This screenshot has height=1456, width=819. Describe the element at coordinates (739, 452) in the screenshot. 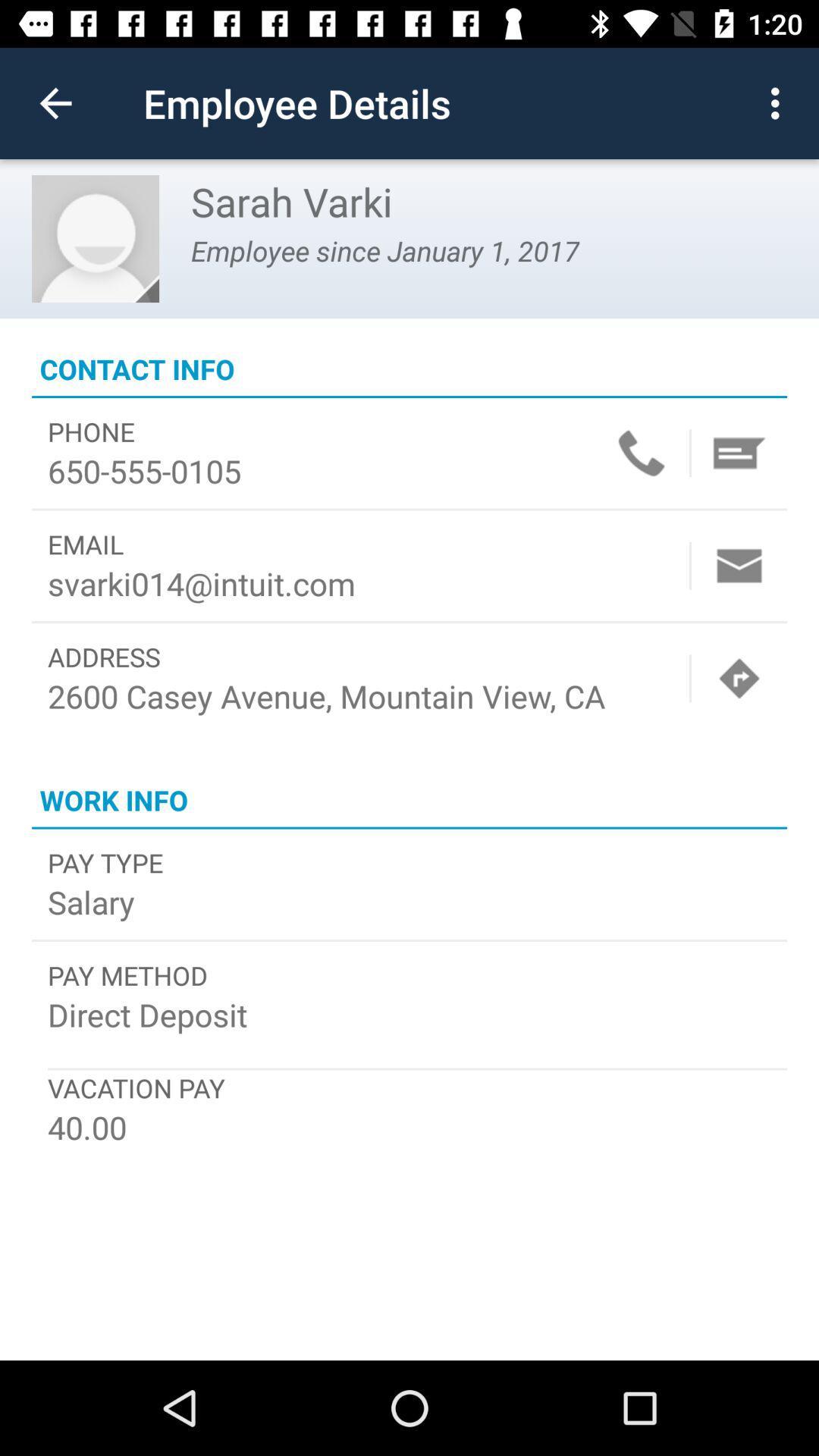

I see `masseage` at that location.